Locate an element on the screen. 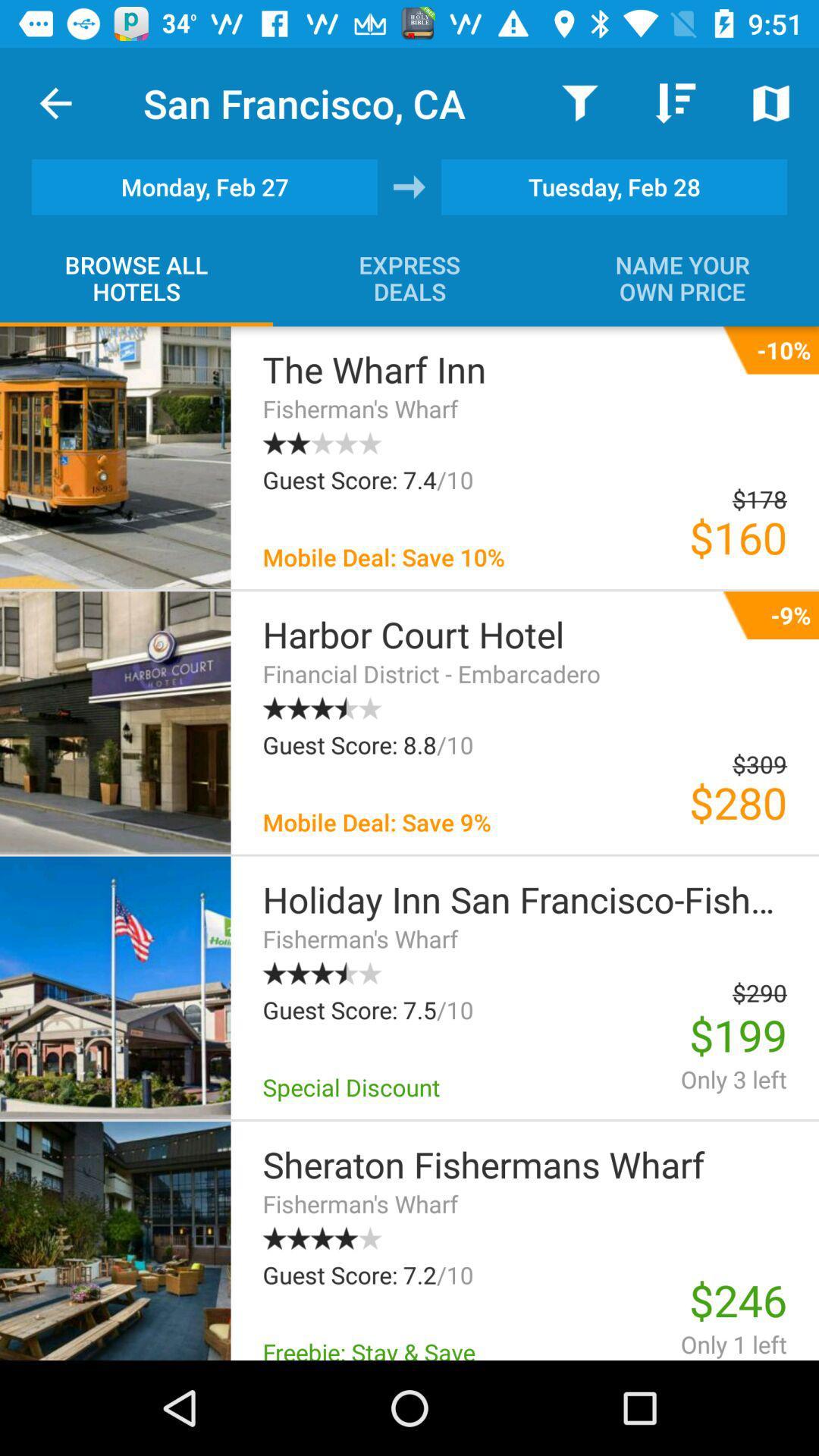 This screenshot has width=819, height=1456. the icon above the monday, feb 27 is located at coordinates (55, 102).